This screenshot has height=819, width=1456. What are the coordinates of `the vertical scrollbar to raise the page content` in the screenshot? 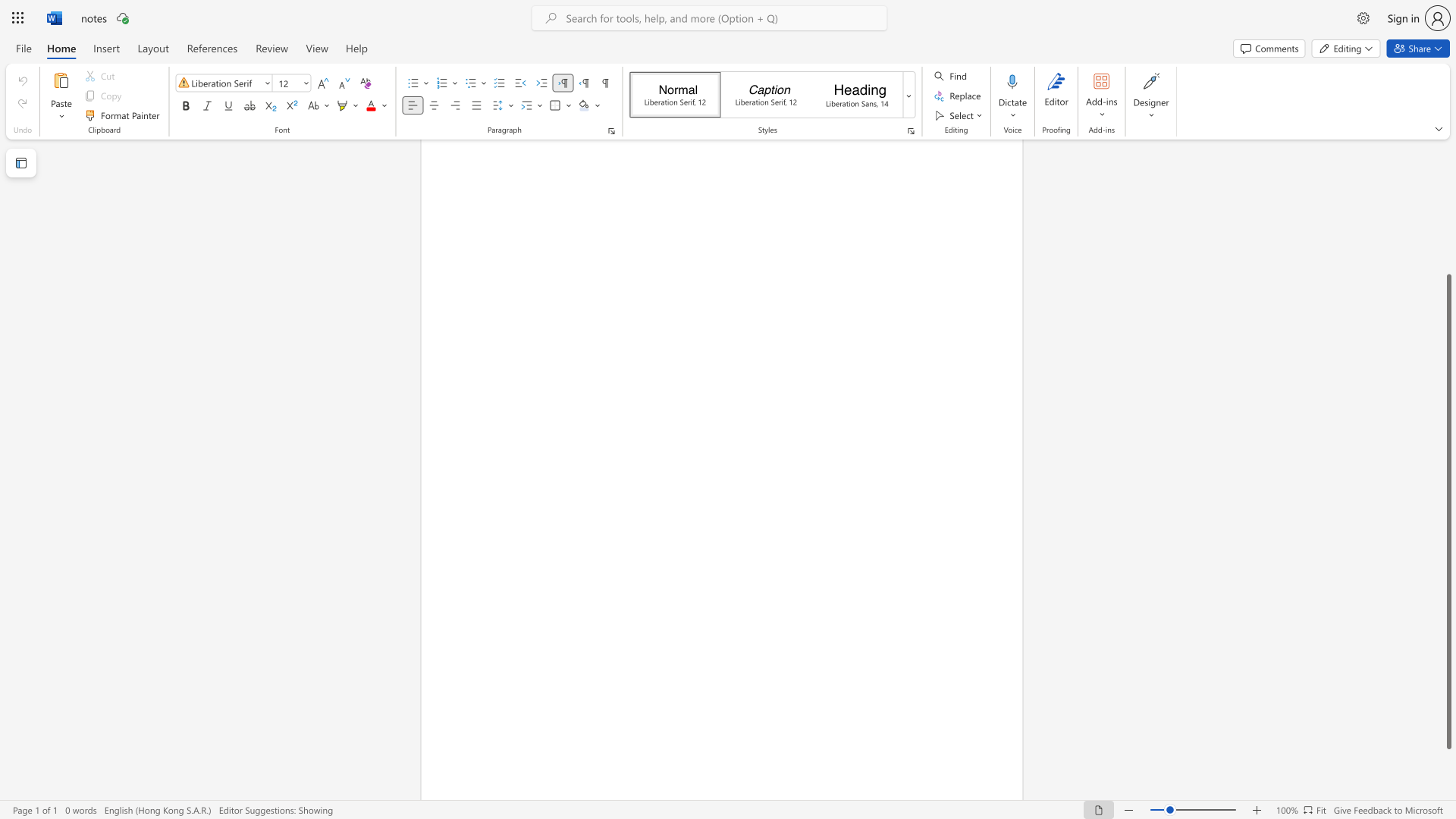 It's located at (1448, 219).